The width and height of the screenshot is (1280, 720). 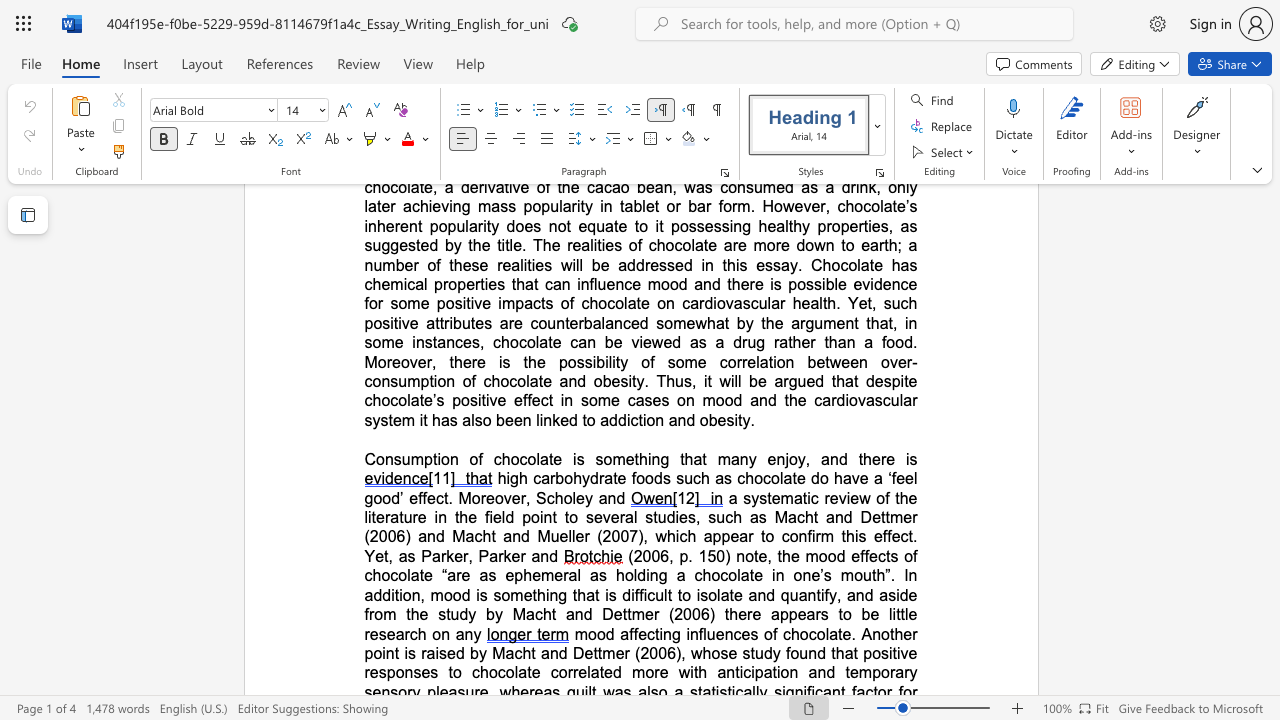 I want to click on the subset text "nsumption of chocolate is so" within the text "Consumption of chocolate is something that many enjoy, and there is", so click(x=384, y=459).